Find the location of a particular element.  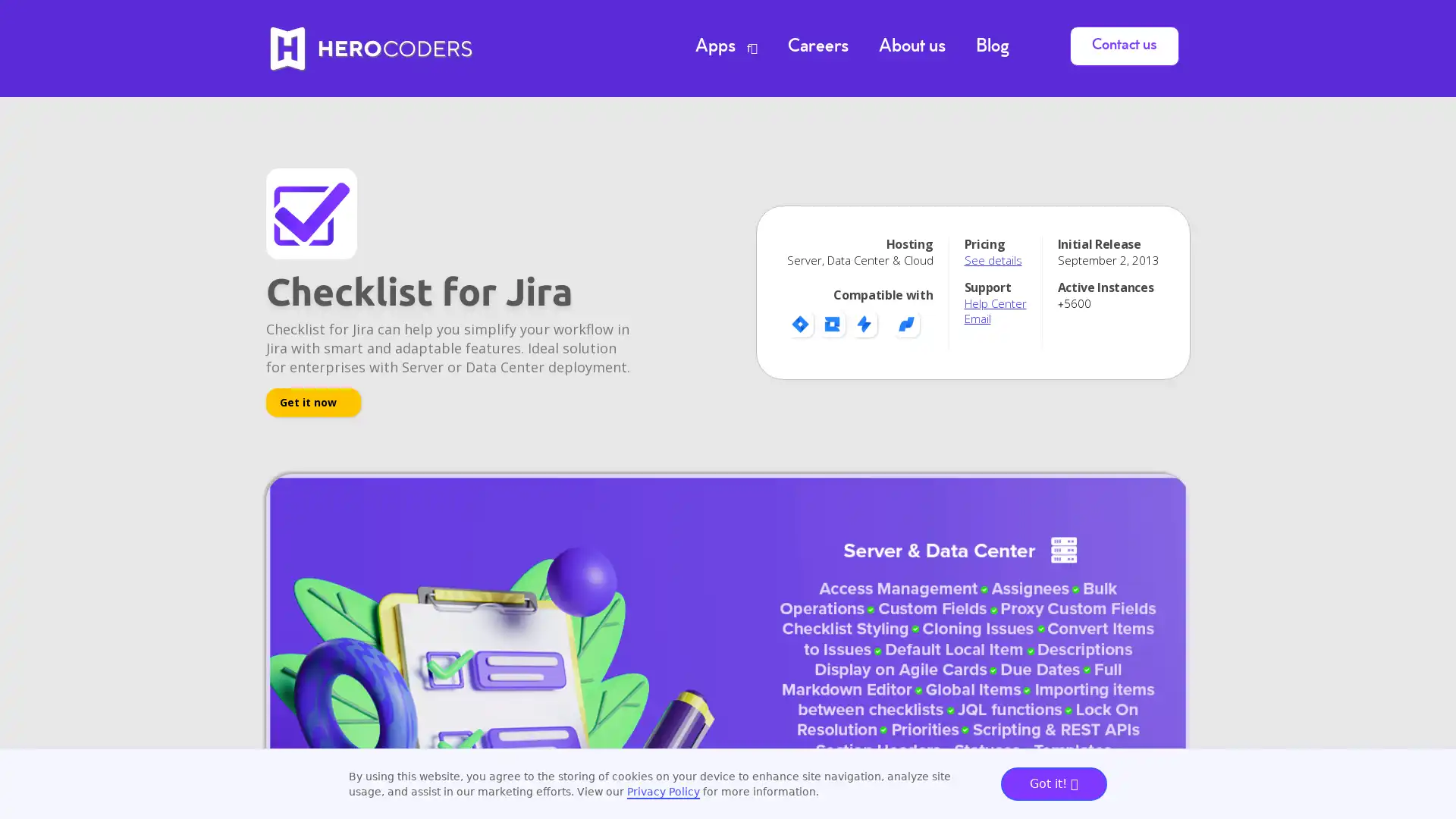

Got it! is located at coordinates (1053, 783).